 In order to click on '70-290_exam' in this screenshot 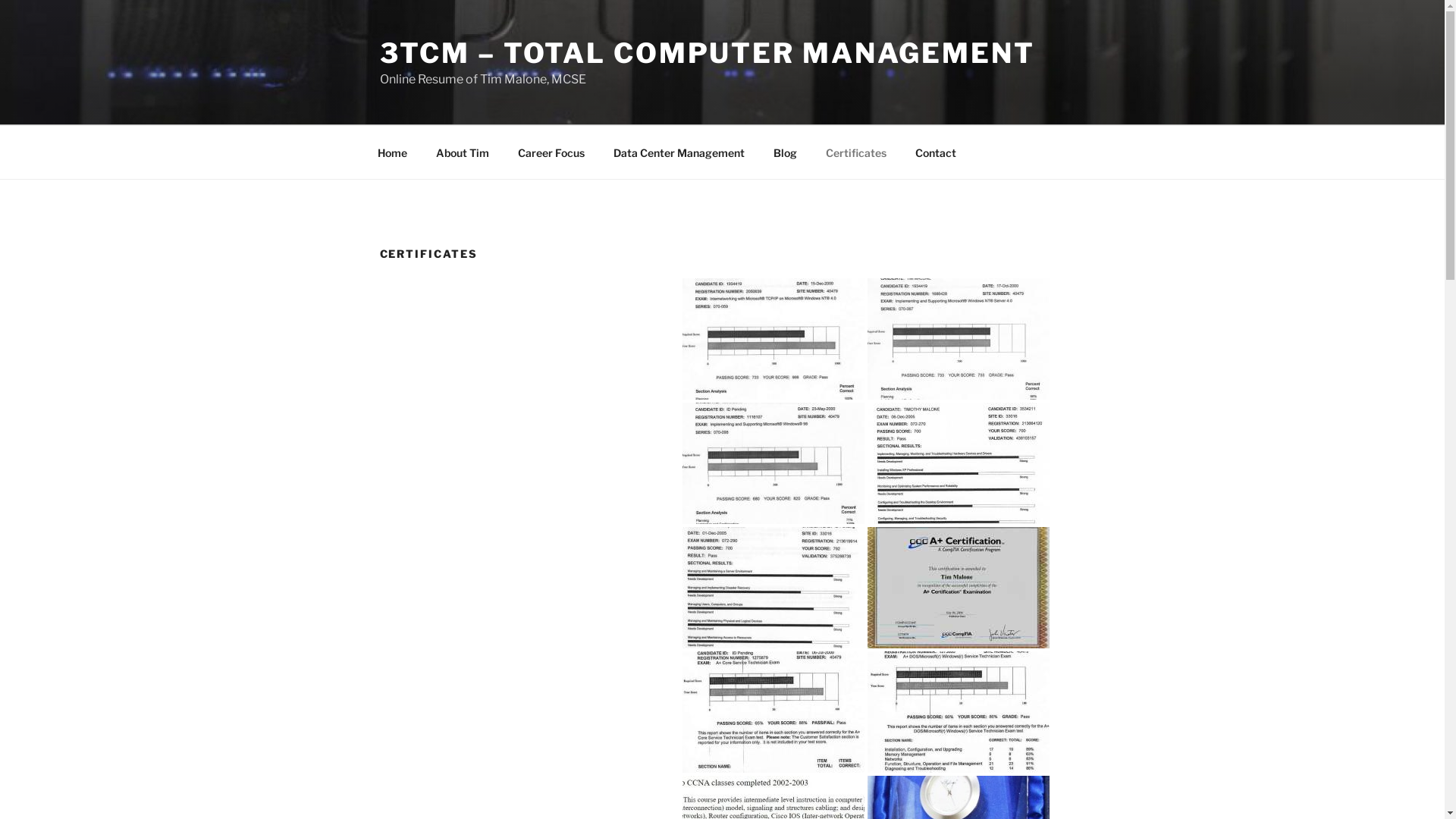, I will do `click(773, 587)`.